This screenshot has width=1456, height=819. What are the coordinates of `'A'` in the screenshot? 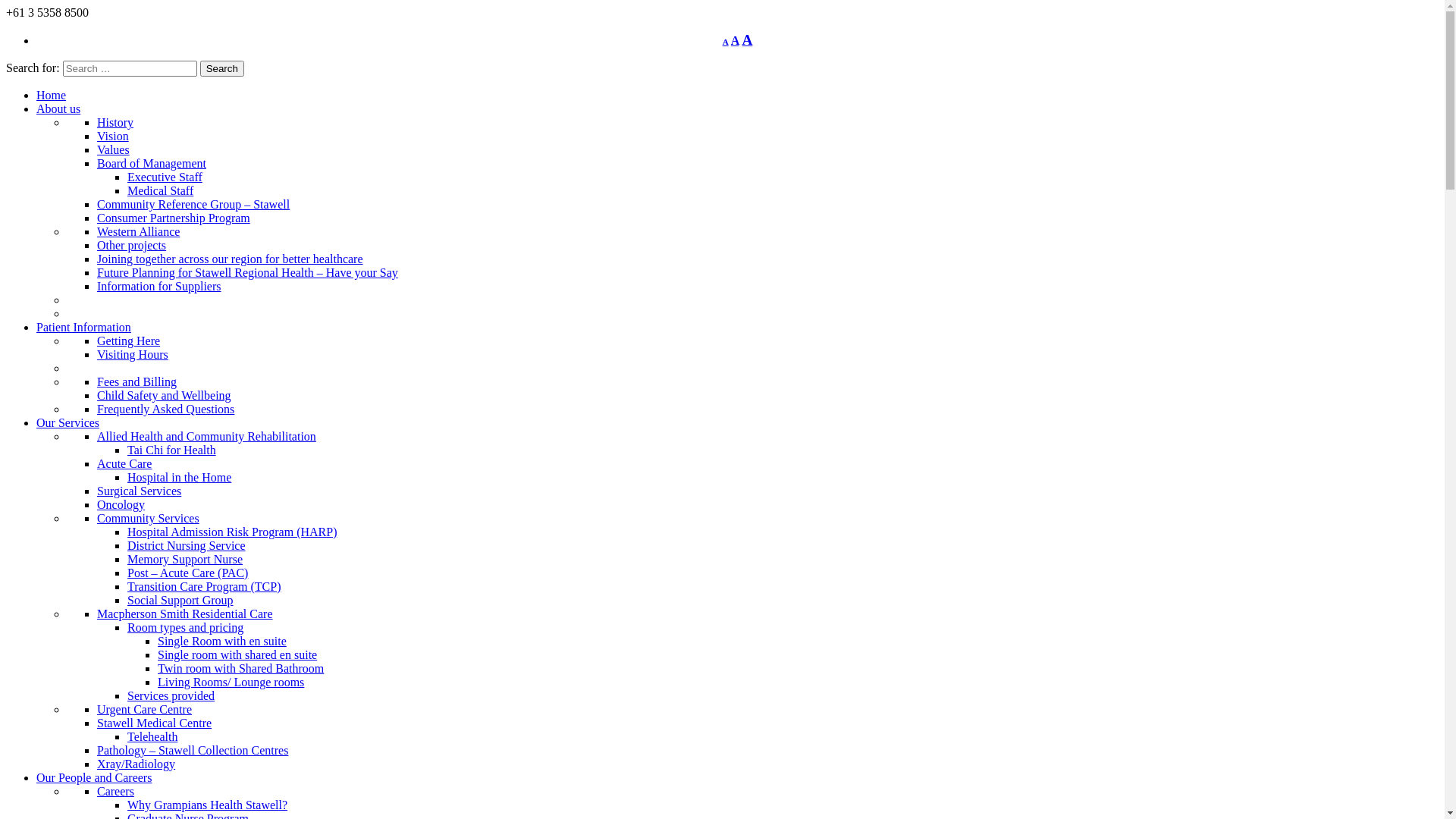 It's located at (742, 39).